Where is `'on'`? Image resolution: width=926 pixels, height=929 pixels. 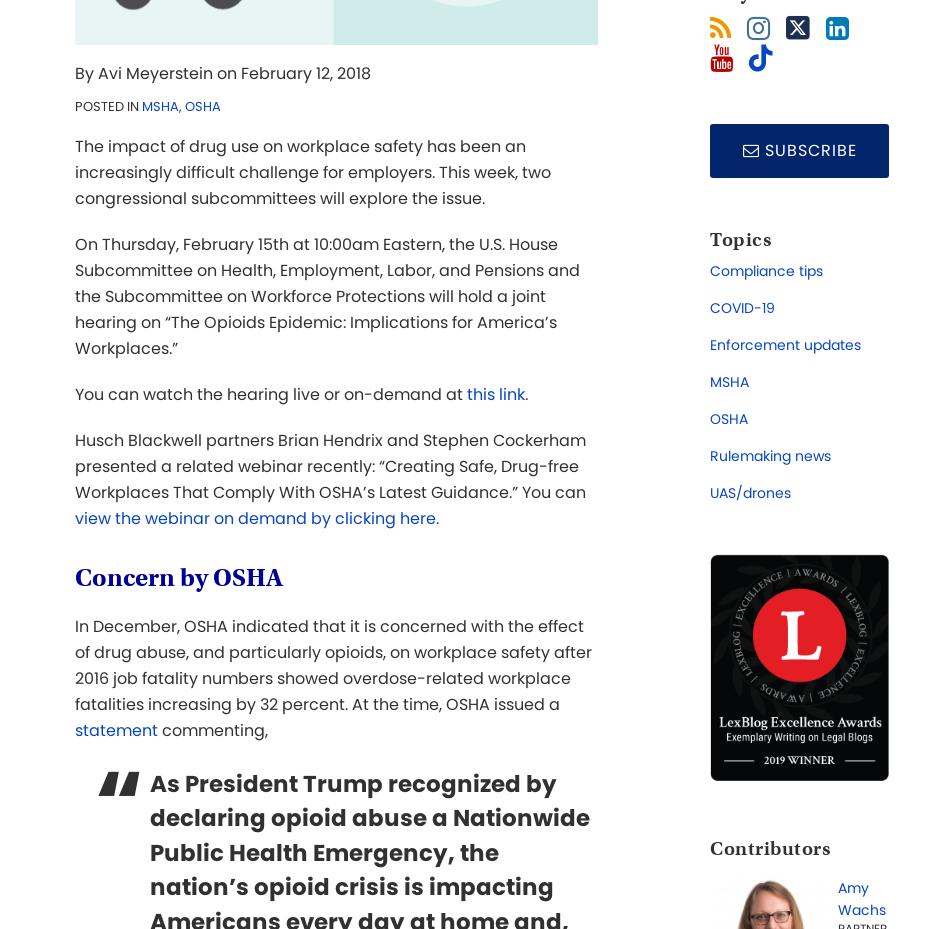
'on' is located at coordinates (225, 72).